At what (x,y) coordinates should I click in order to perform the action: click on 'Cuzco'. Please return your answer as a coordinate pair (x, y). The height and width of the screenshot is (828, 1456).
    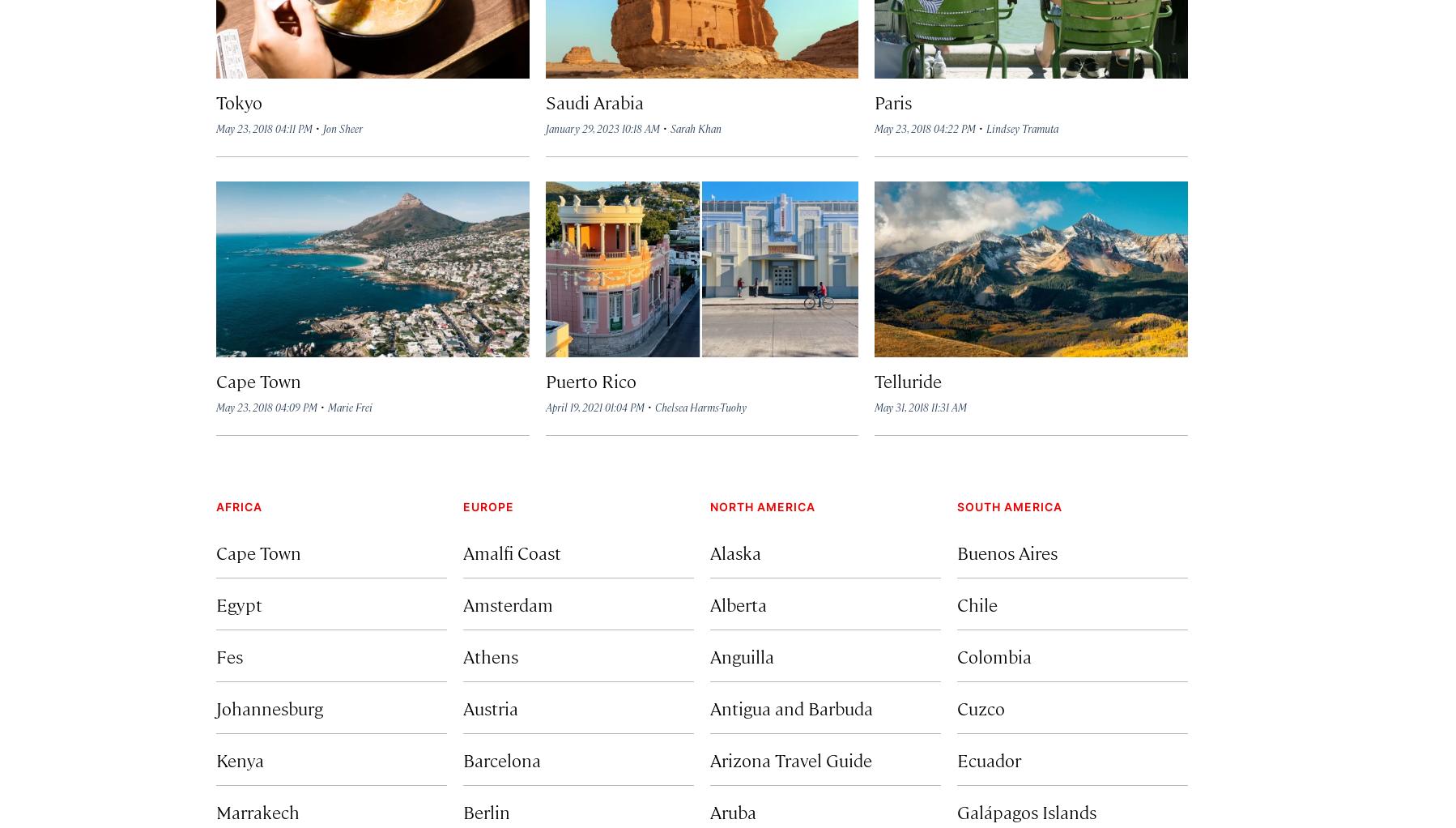
    Looking at the image, I should click on (980, 706).